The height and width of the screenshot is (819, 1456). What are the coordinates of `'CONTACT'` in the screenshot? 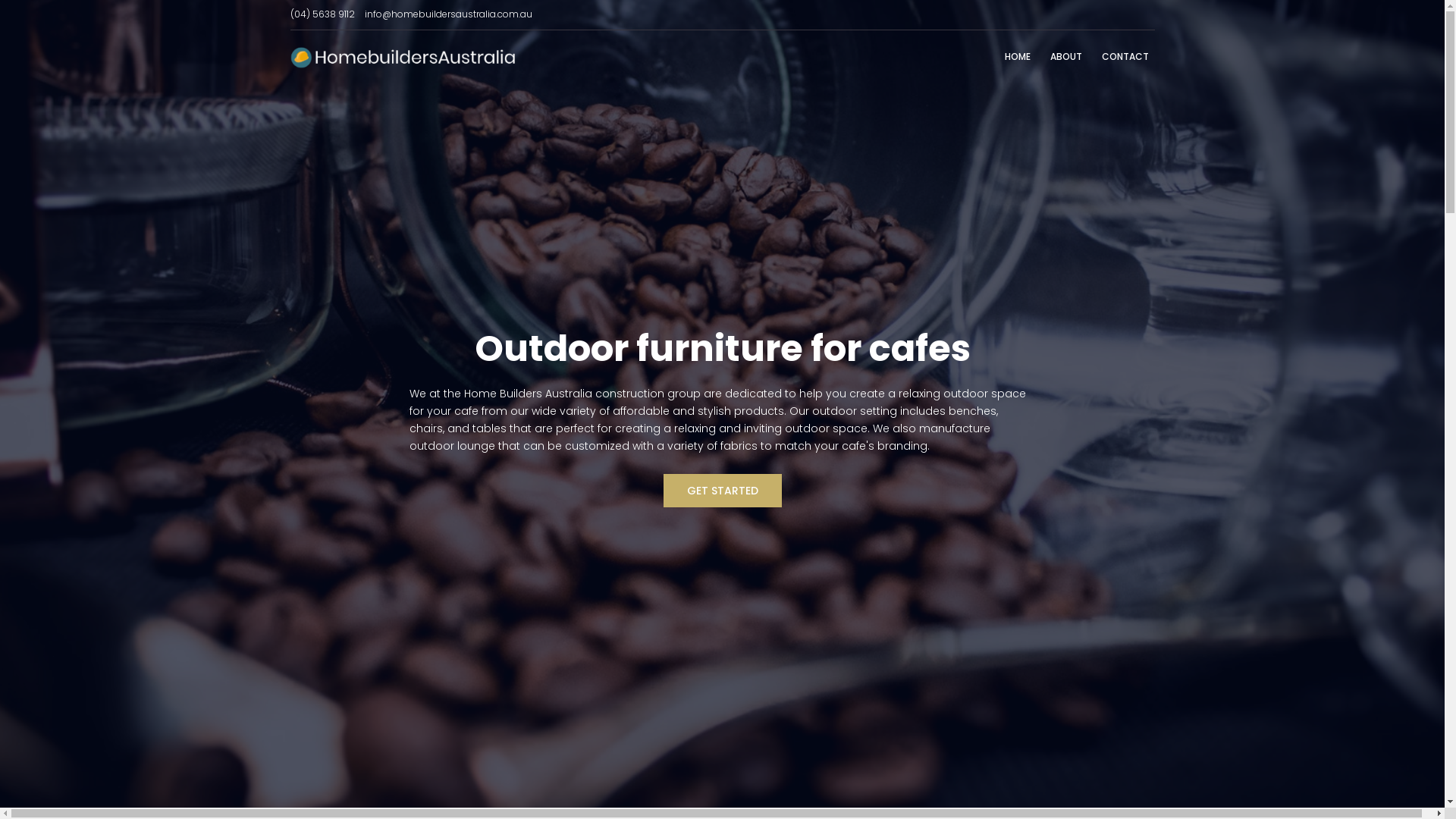 It's located at (1125, 56).